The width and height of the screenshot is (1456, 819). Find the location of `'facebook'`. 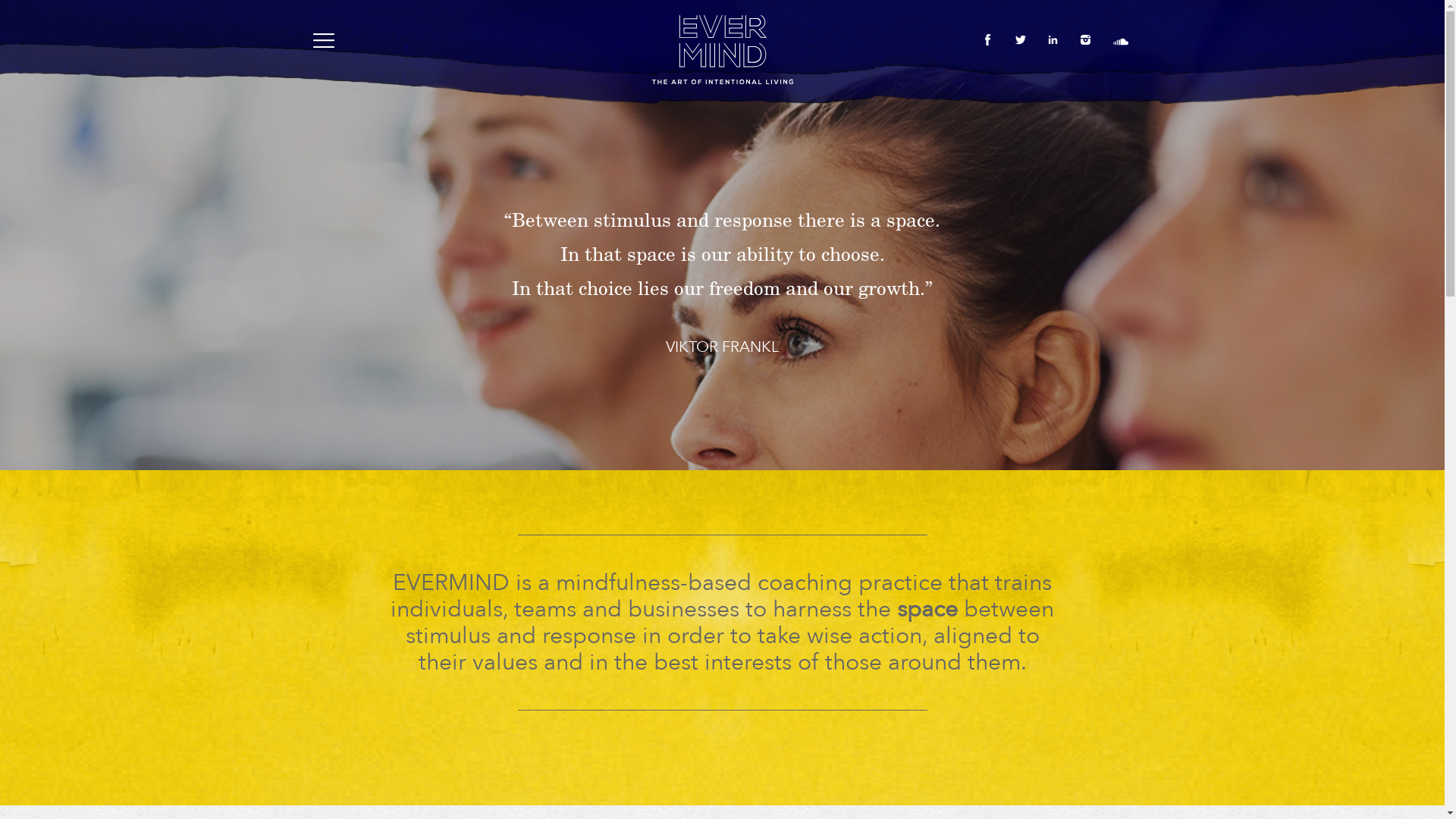

'facebook' is located at coordinates (983, 39).